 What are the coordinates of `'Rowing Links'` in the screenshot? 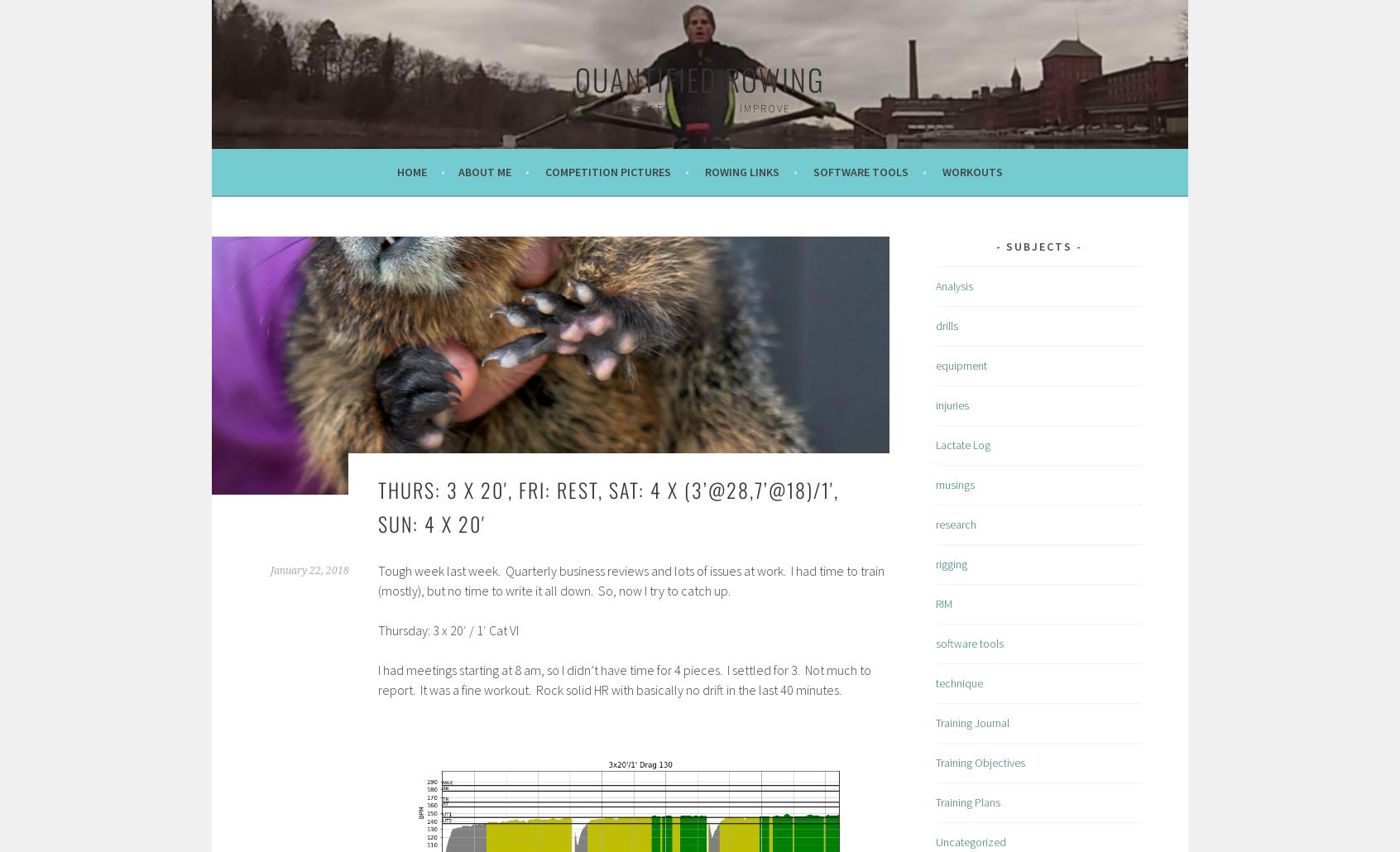 It's located at (703, 171).